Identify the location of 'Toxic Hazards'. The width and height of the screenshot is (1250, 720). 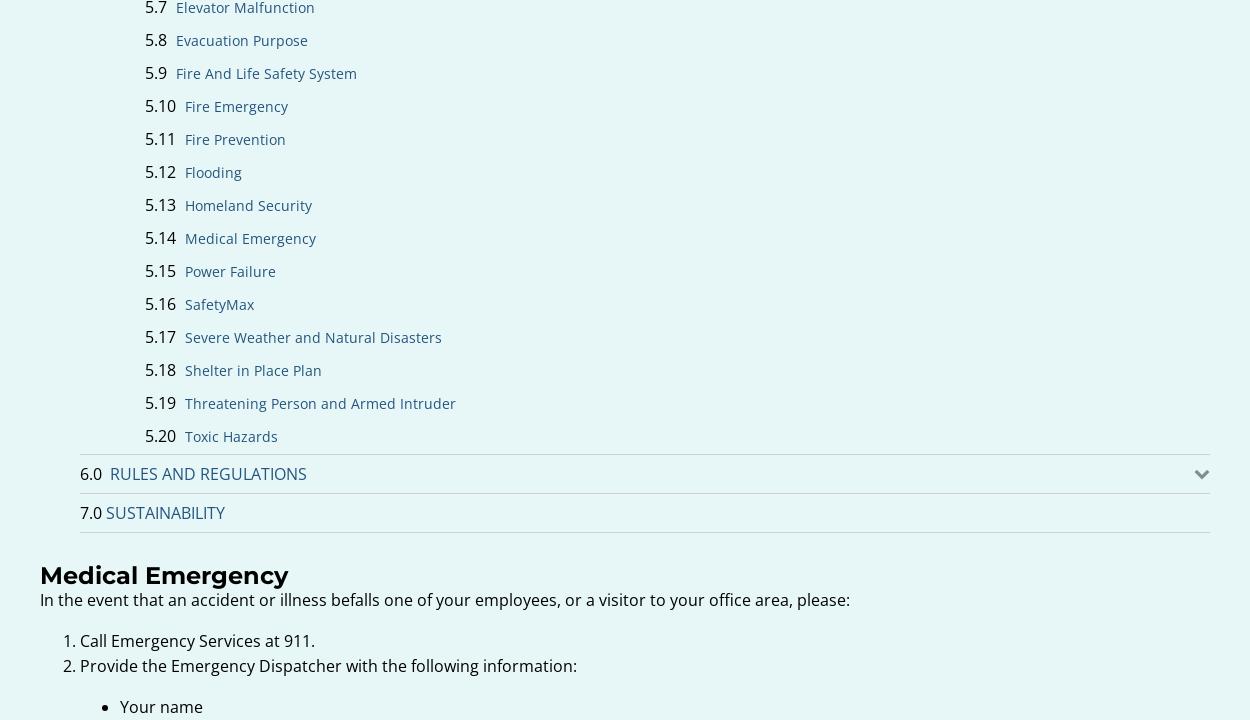
(230, 435).